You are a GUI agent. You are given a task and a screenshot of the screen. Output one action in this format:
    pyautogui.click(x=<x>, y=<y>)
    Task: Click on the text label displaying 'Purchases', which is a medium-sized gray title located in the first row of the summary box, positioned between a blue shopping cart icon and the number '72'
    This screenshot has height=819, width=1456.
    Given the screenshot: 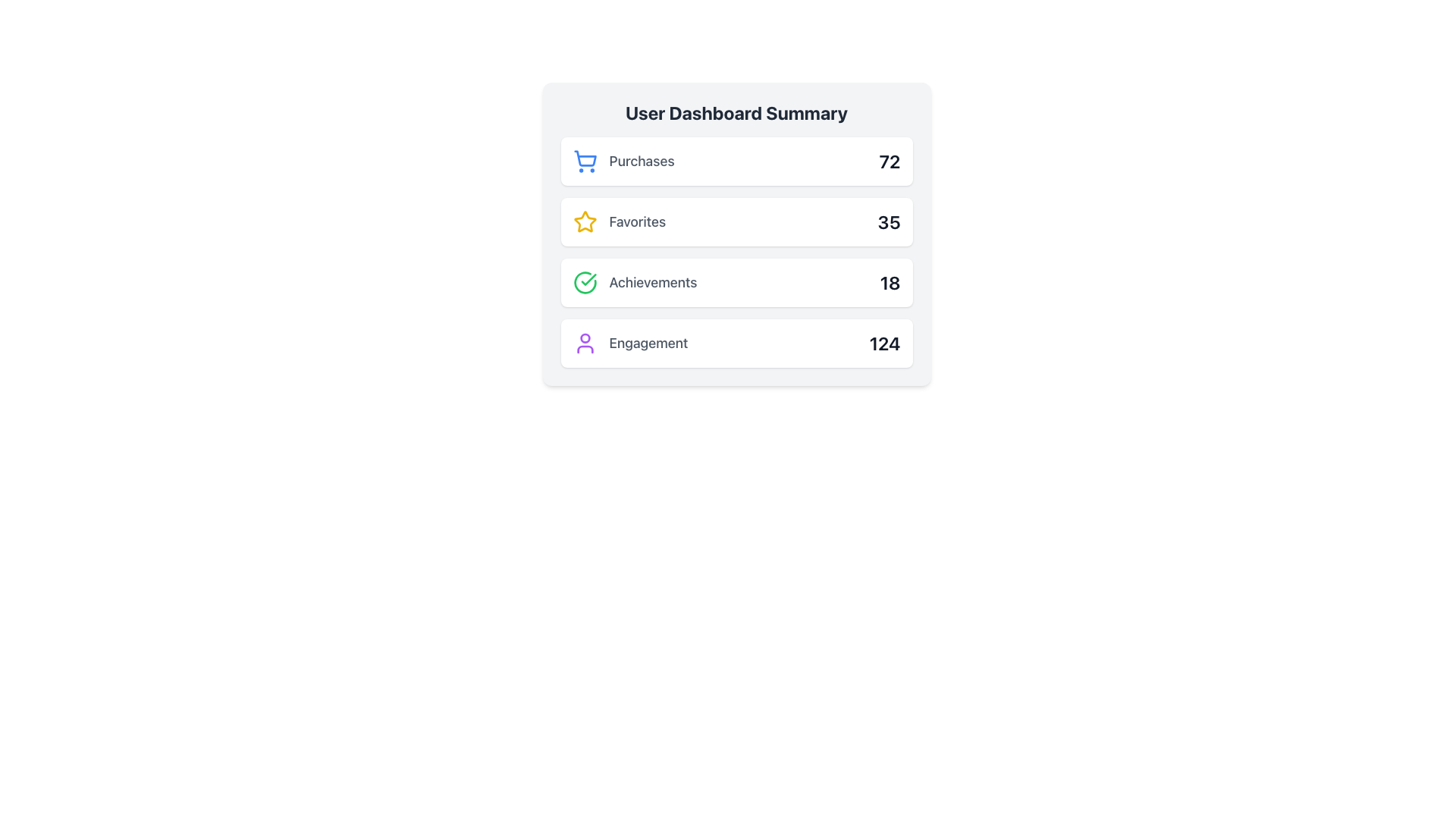 What is the action you would take?
    pyautogui.click(x=642, y=161)
    